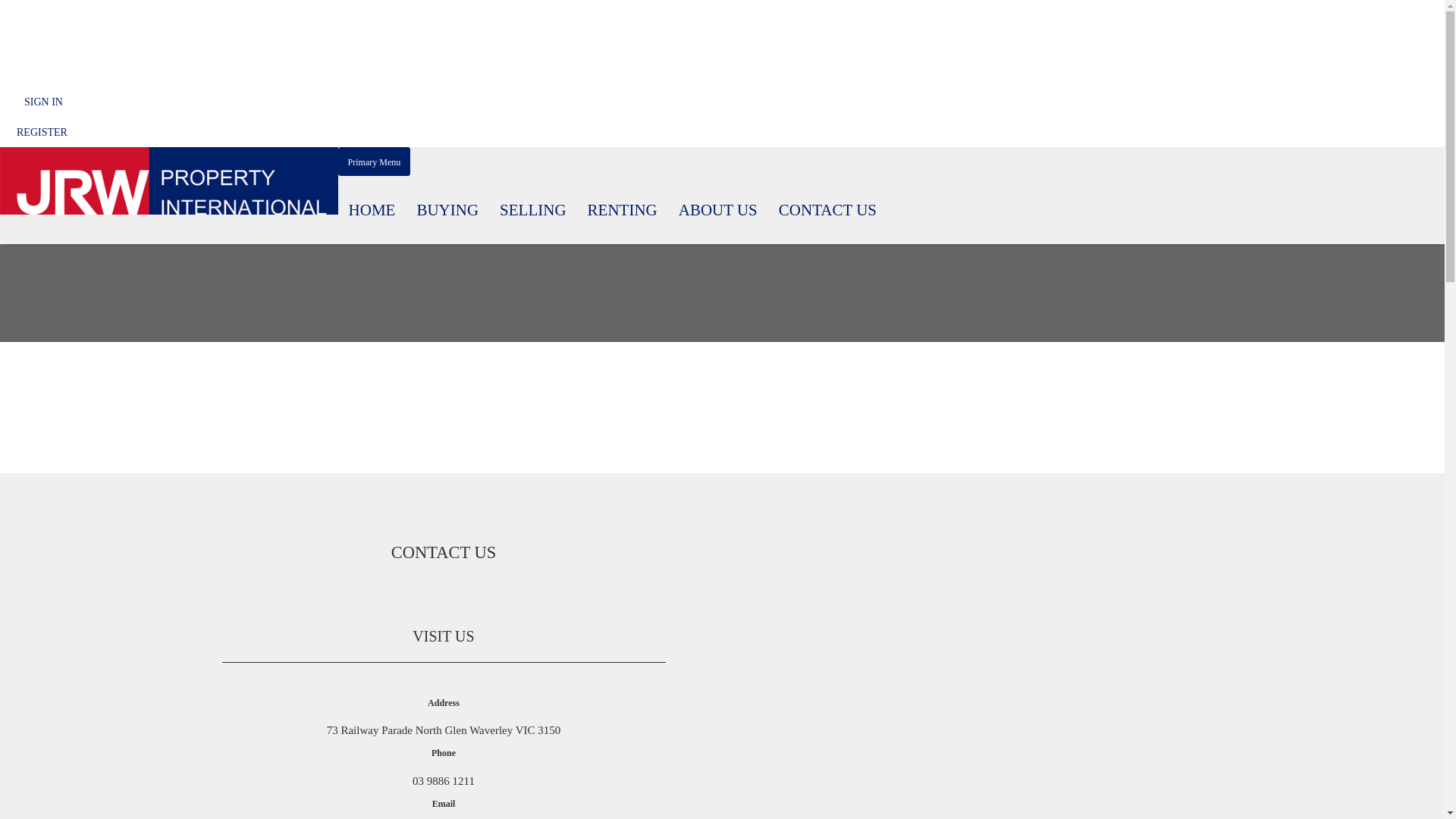  Describe the element at coordinates (375, 161) in the screenshot. I see `'Primary Menu'` at that location.